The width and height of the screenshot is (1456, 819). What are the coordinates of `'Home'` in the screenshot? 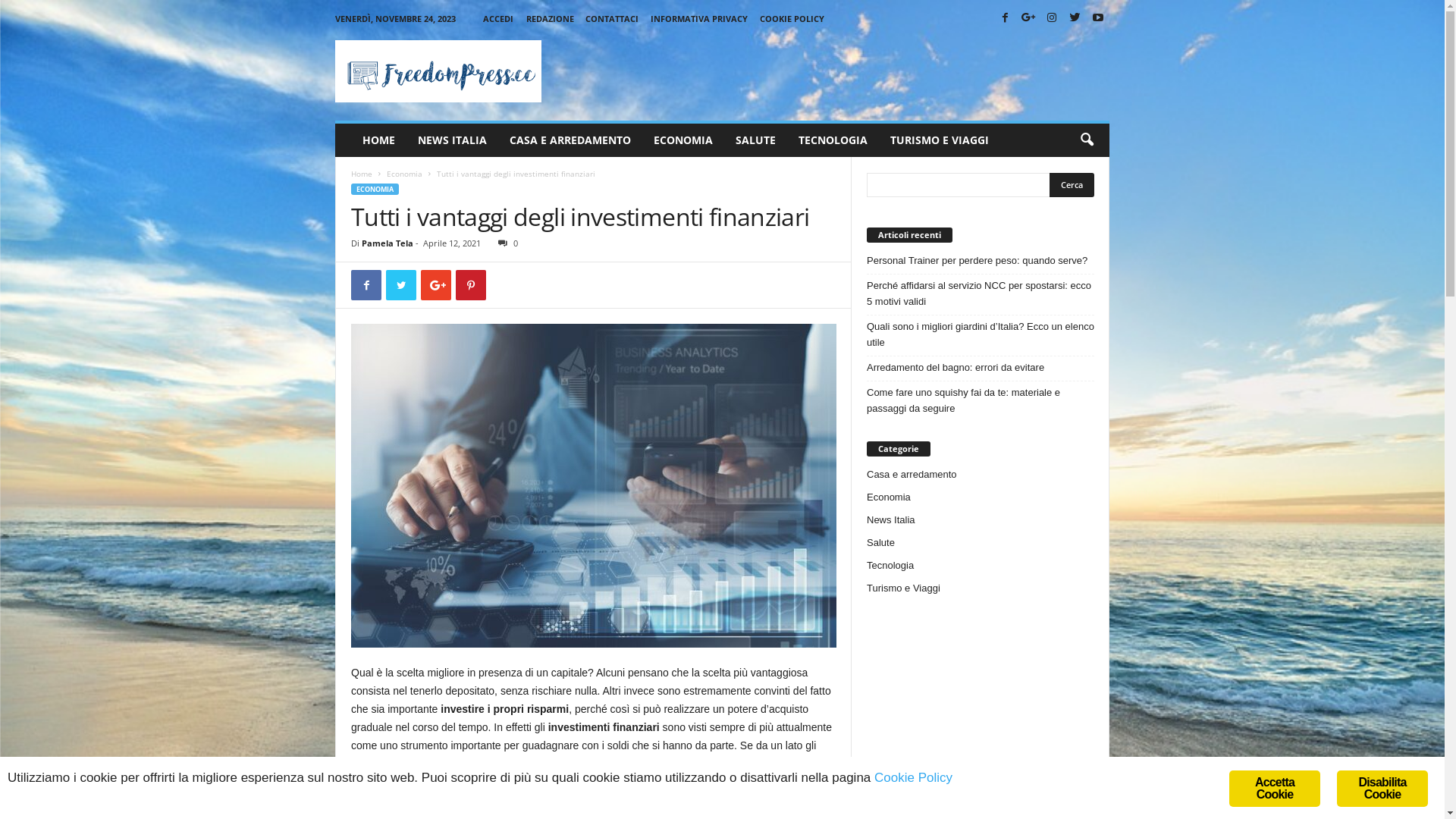 It's located at (360, 172).